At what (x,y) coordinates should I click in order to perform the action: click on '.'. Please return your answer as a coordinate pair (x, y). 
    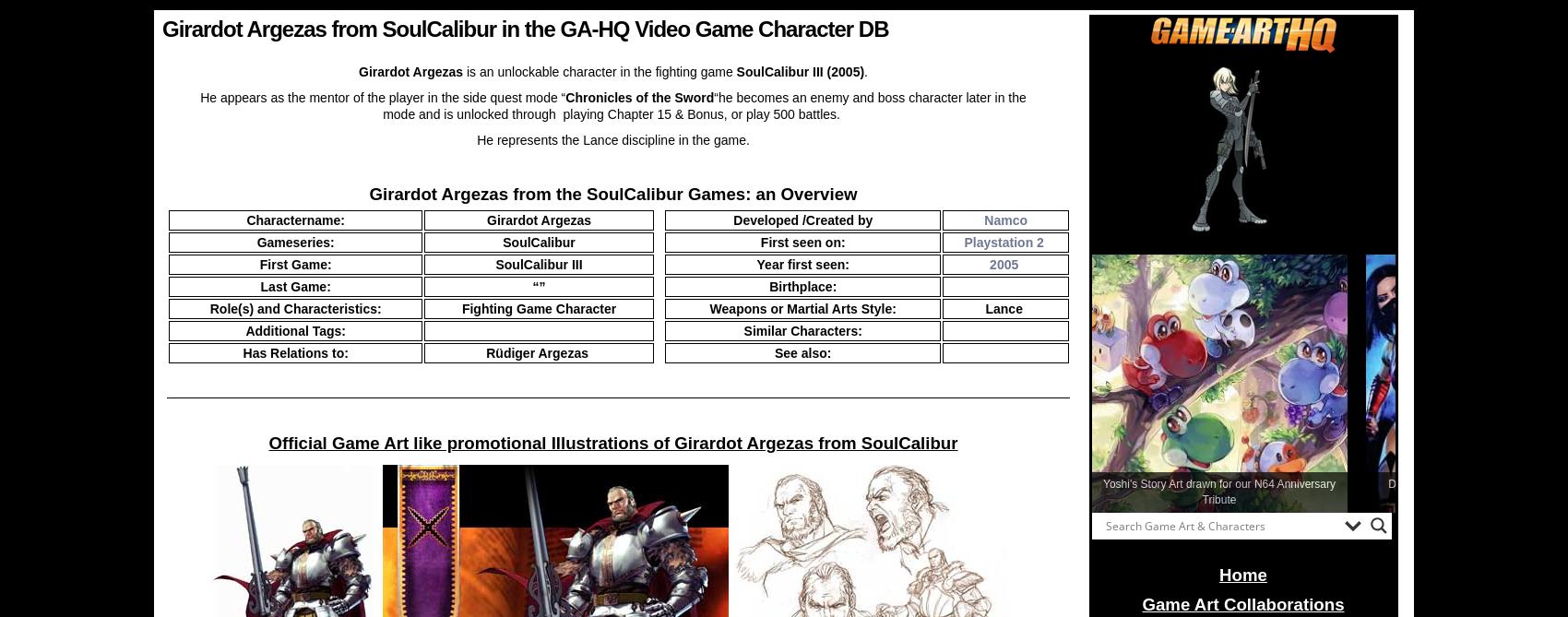
    Looking at the image, I should click on (865, 72).